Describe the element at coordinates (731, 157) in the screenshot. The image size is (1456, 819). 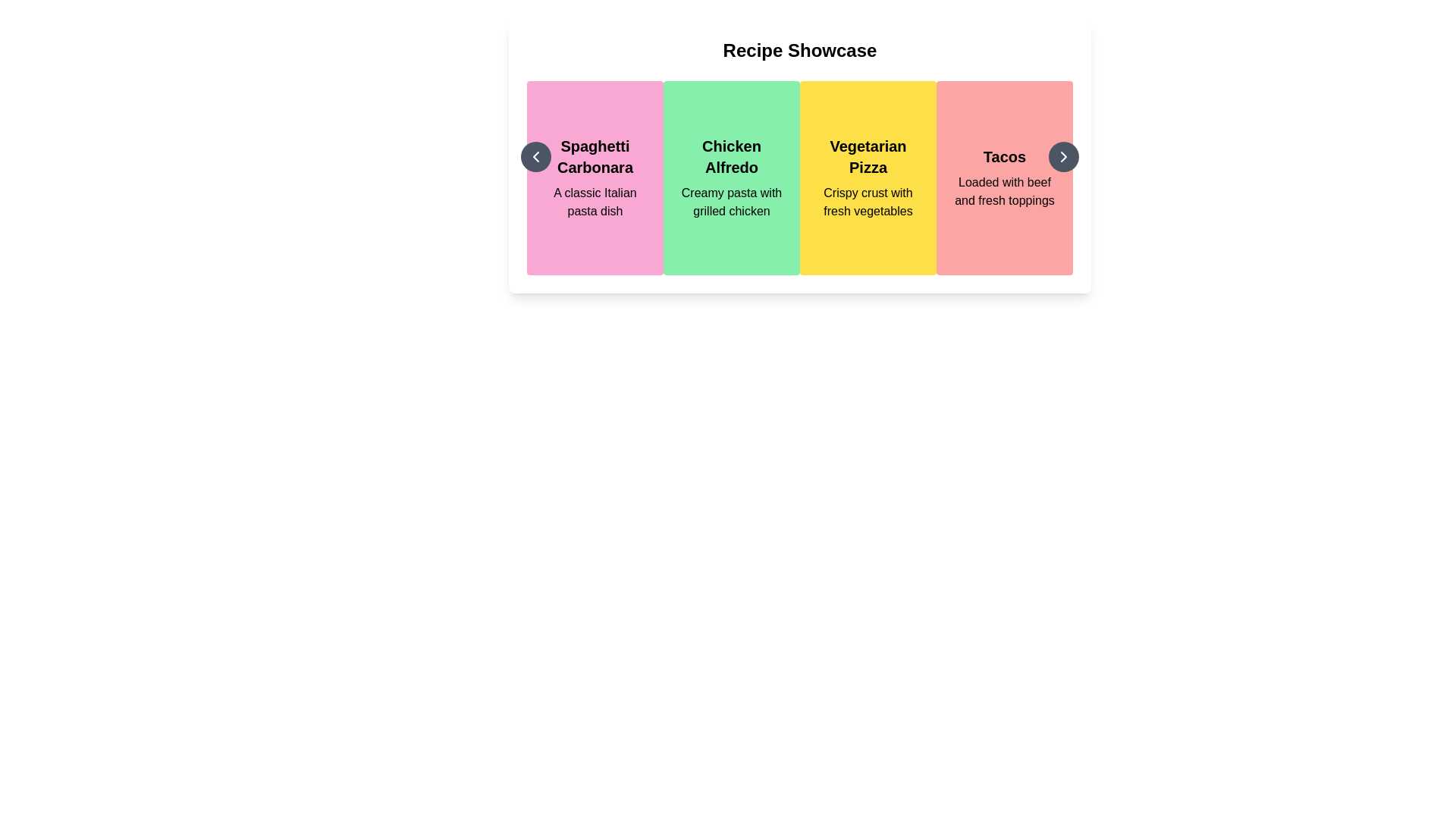
I see `the bold, large-sized text displaying 'Chicken Alfredo' which is centrally placed within the green rectangle of the second card in the Recipe Showcase` at that location.